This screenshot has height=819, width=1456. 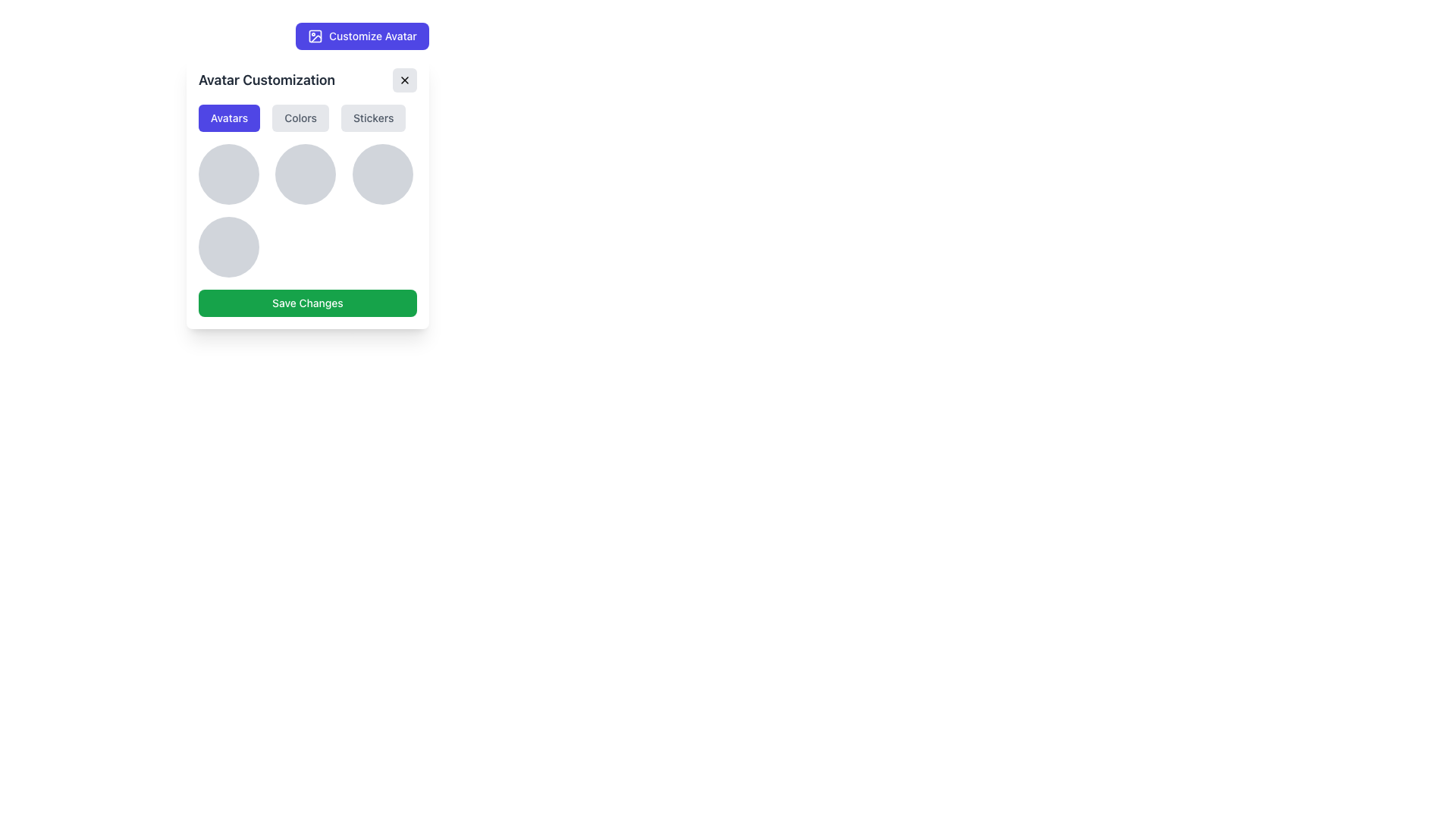 I want to click on the image placeholder for avatar customization, which is the second circle in the first row of the three-column grid layout, so click(x=305, y=174).